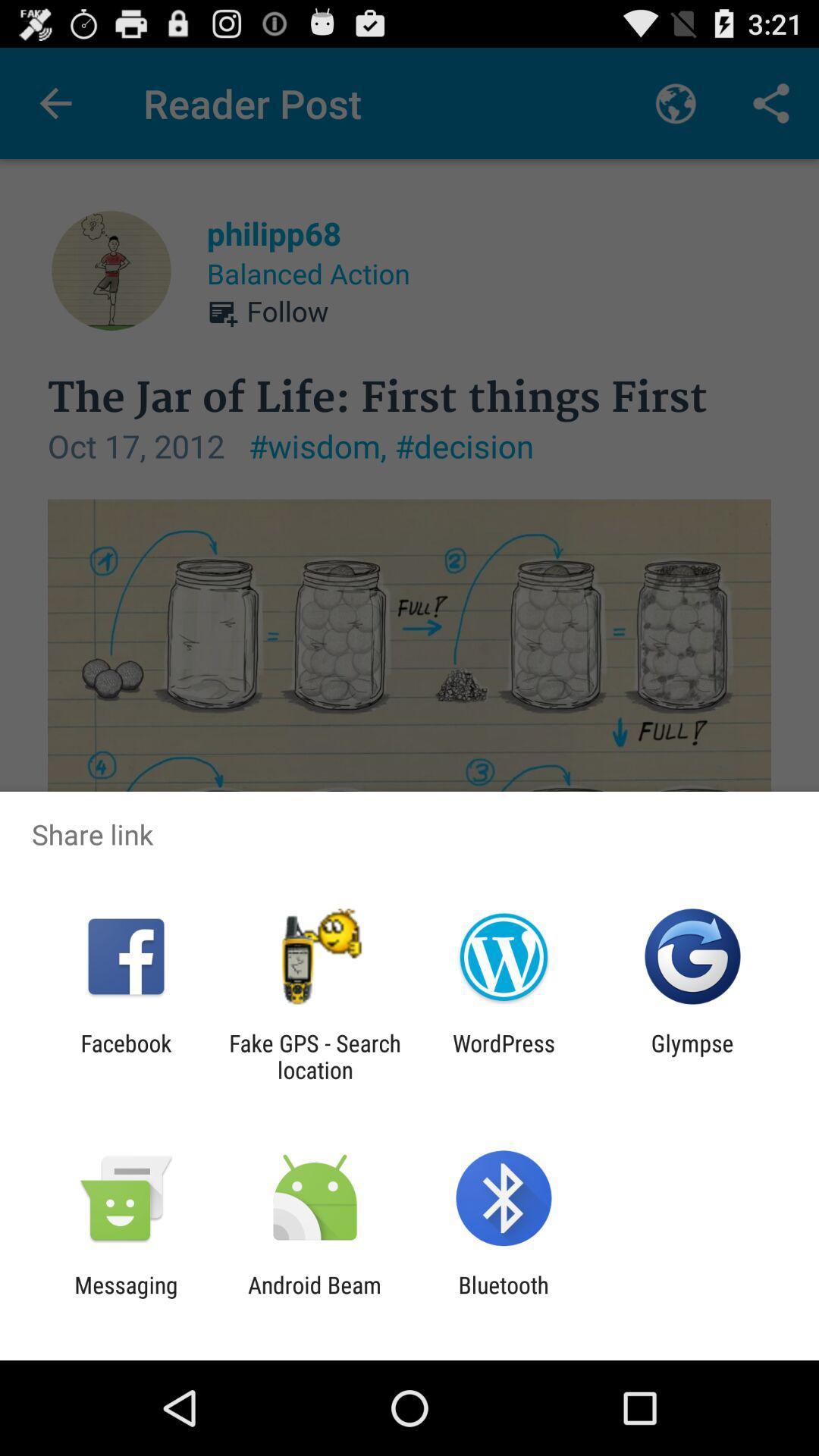 This screenshot has height=1456, width=819. I want to click on the bluetooth item, so click(504, 1298).